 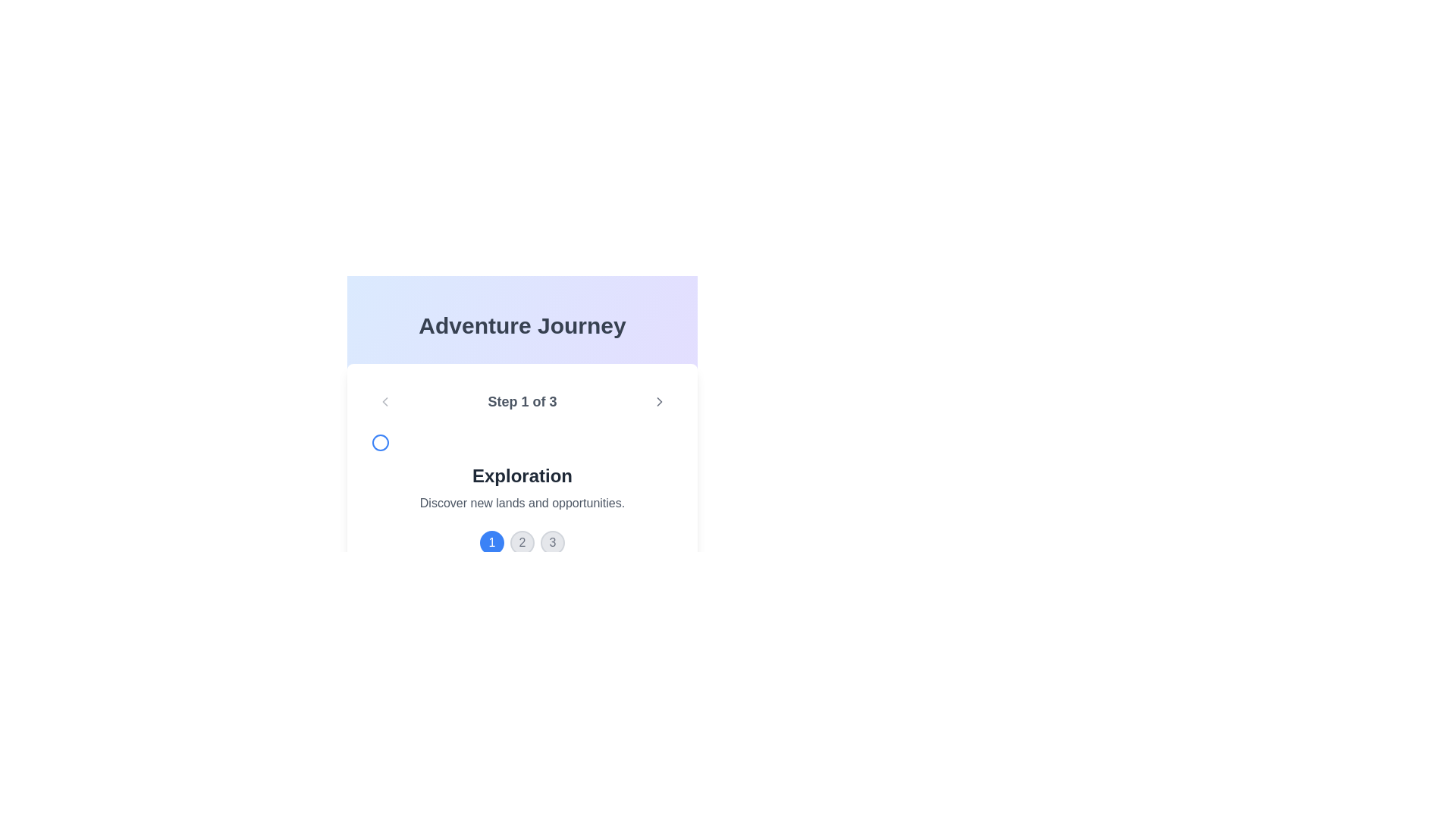 What do you see at coordinates (522, 475) in the screenshot?
I see `the 'Exploration' label, which is a bold, large text in dark gray color, centered horizontally and positioned above a smaller descriptive text and below an icon` at bounding box center [522, 475].